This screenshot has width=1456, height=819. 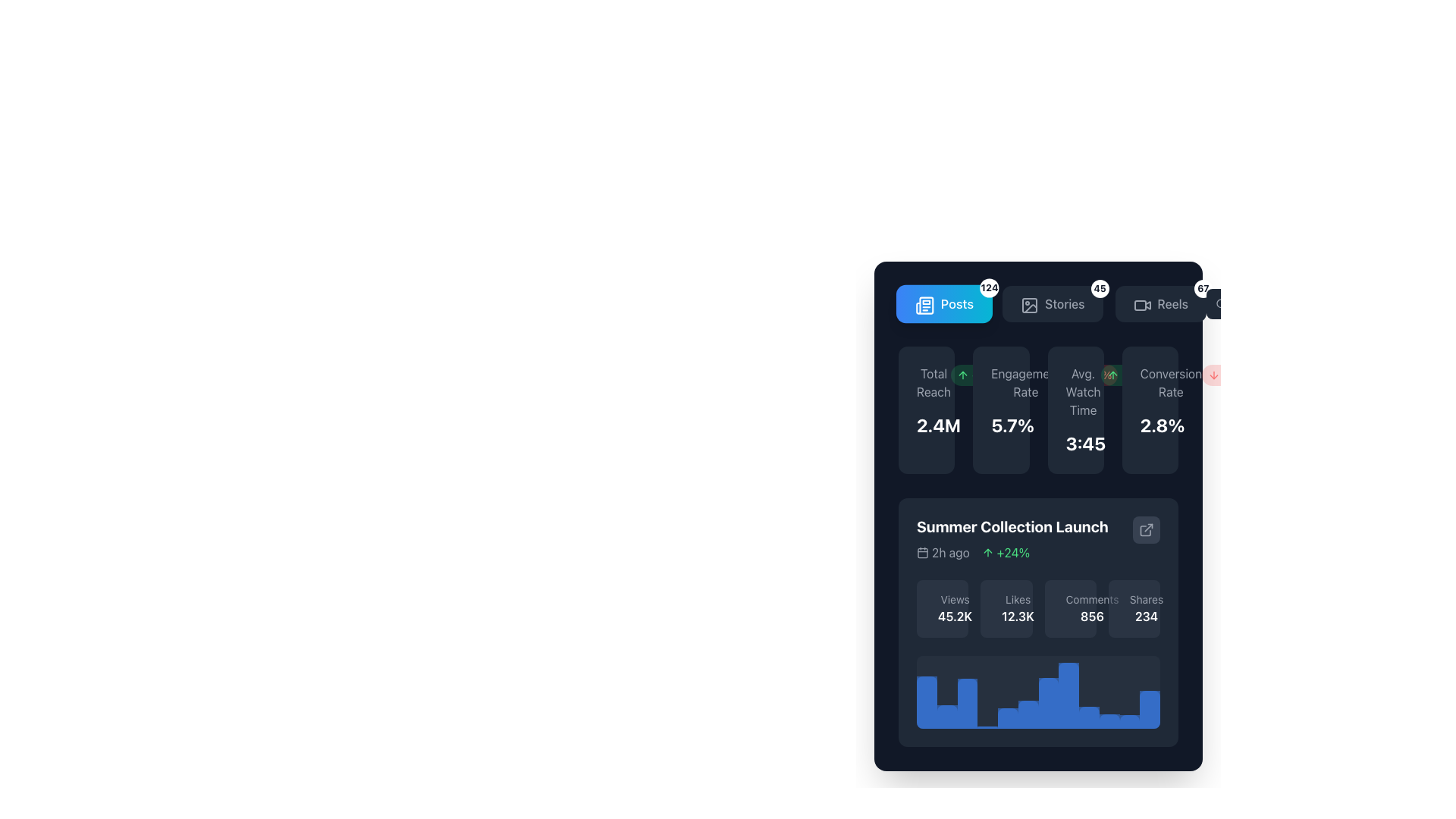 I want to click on the upward trend icon located in the percentage change section of the 'Summer Collection Launch' metric block, so click(x=987, y=553).